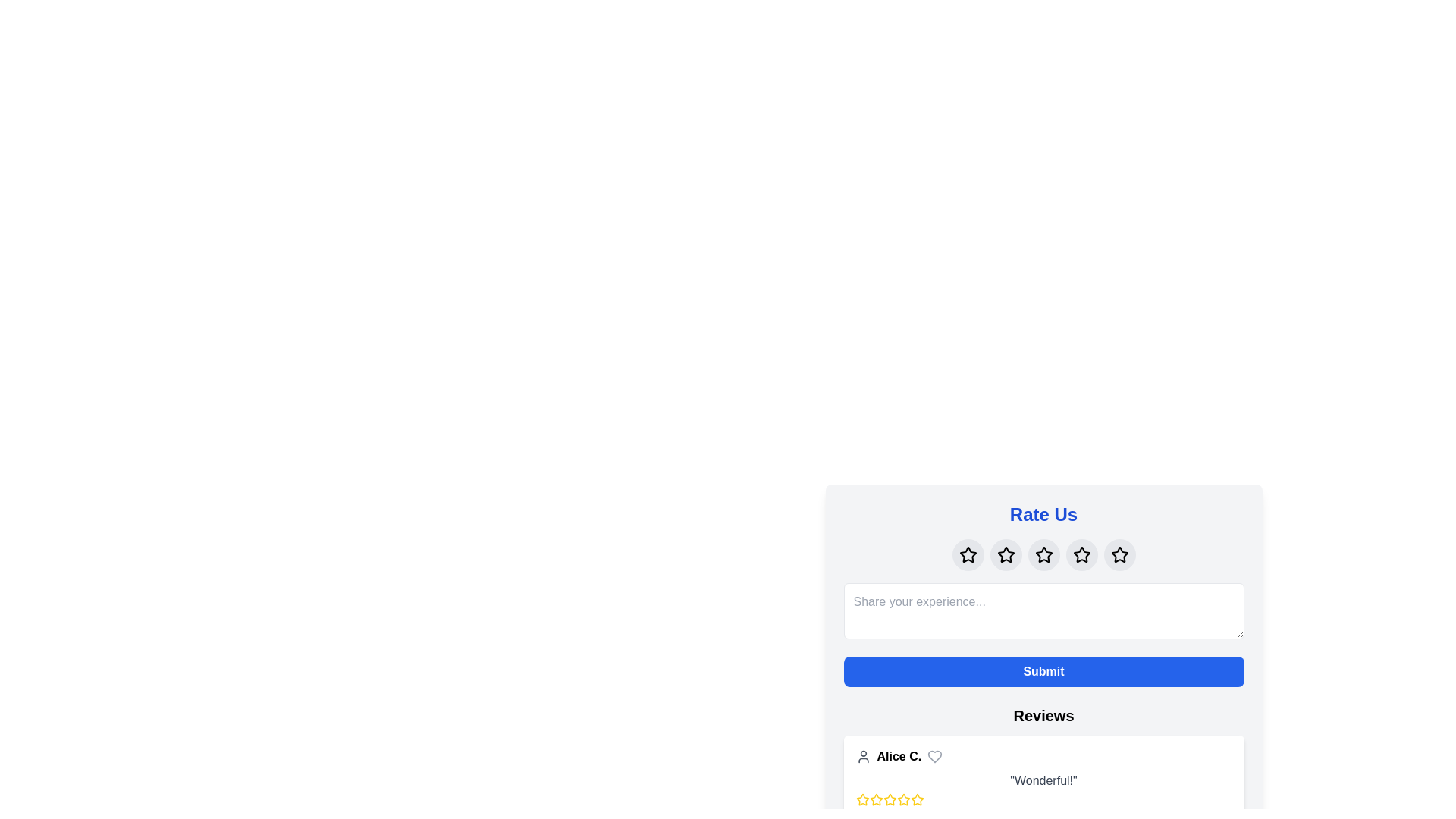 The image size is (1456, 819). Describe the element at coordinates (903, 799) in the screenshot. I see `the third star icon from the left in the rating system below the review titled 'Alice C.'` at that location.